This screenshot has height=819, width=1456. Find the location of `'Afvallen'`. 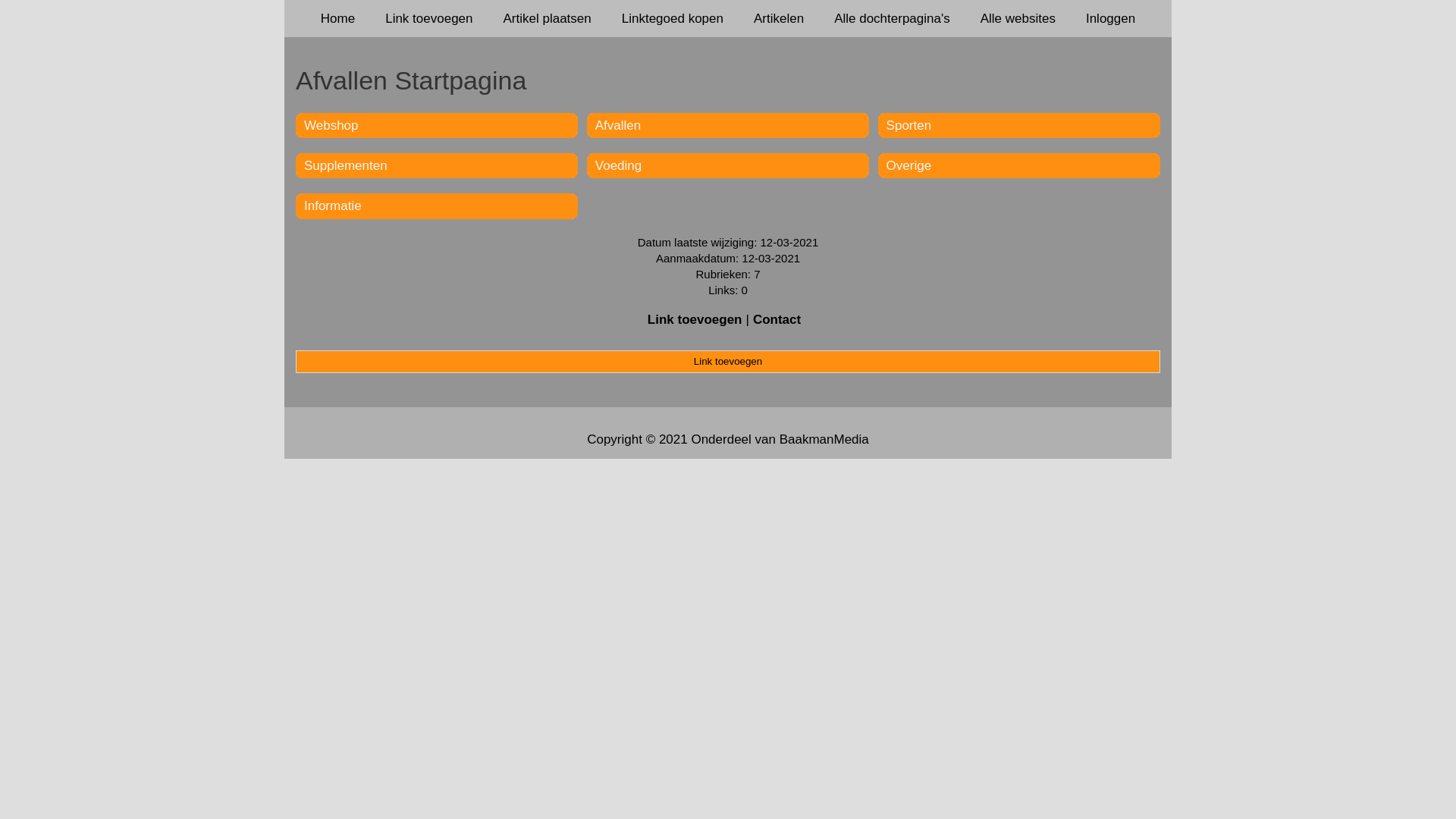

'Afvallen' is located at coordinates (618, 124).